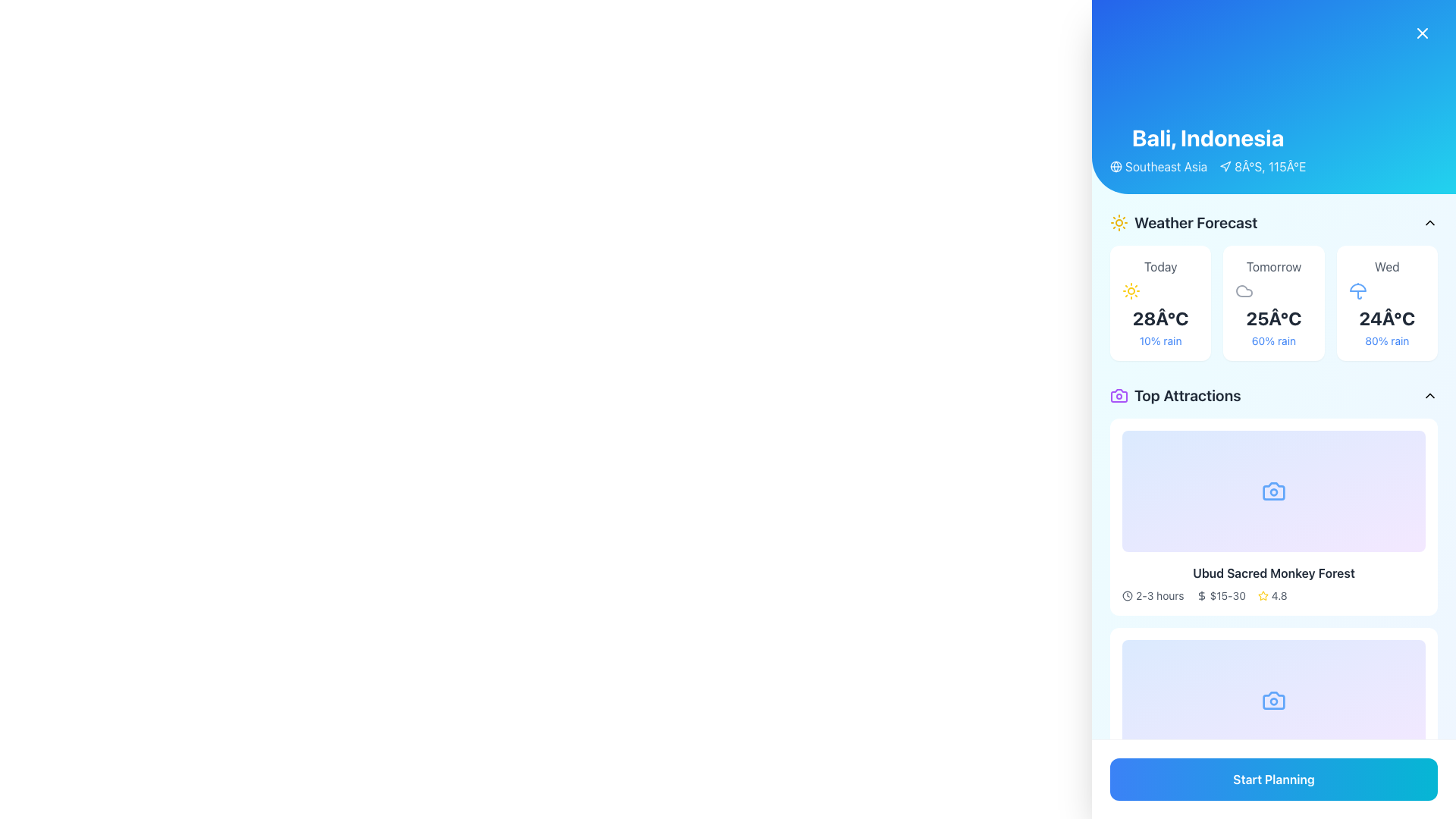 The height and width of the screenshot is (819, 1456). Describe the element at coordinates (1158, 166) in the screenshot. I see `the 'Southeast Asia' text label with globe icon located in the right side panel of the 'Bali, Indonesia' section` at that location.